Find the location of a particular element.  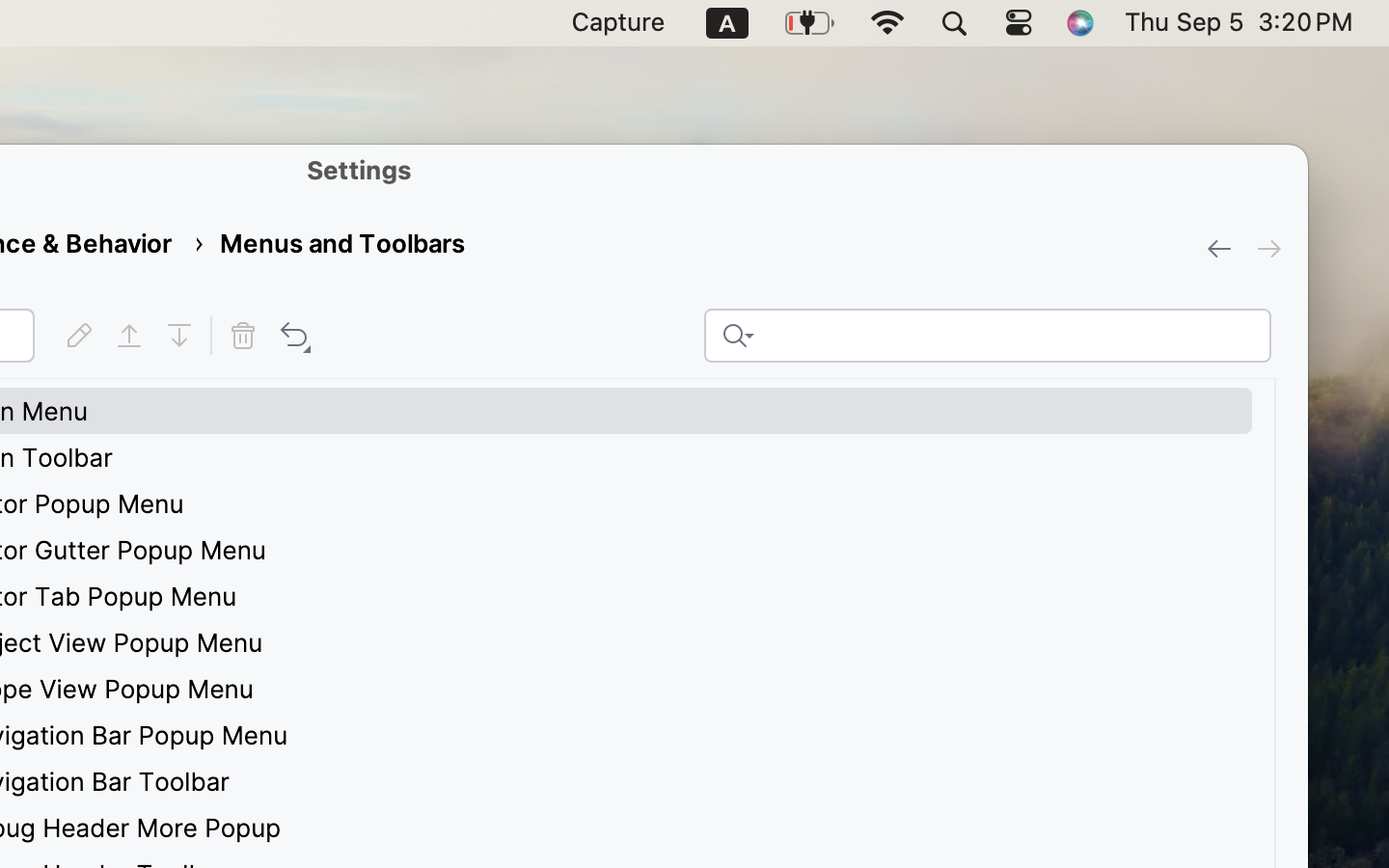

'Settings' is located at coordinates (358, 170).